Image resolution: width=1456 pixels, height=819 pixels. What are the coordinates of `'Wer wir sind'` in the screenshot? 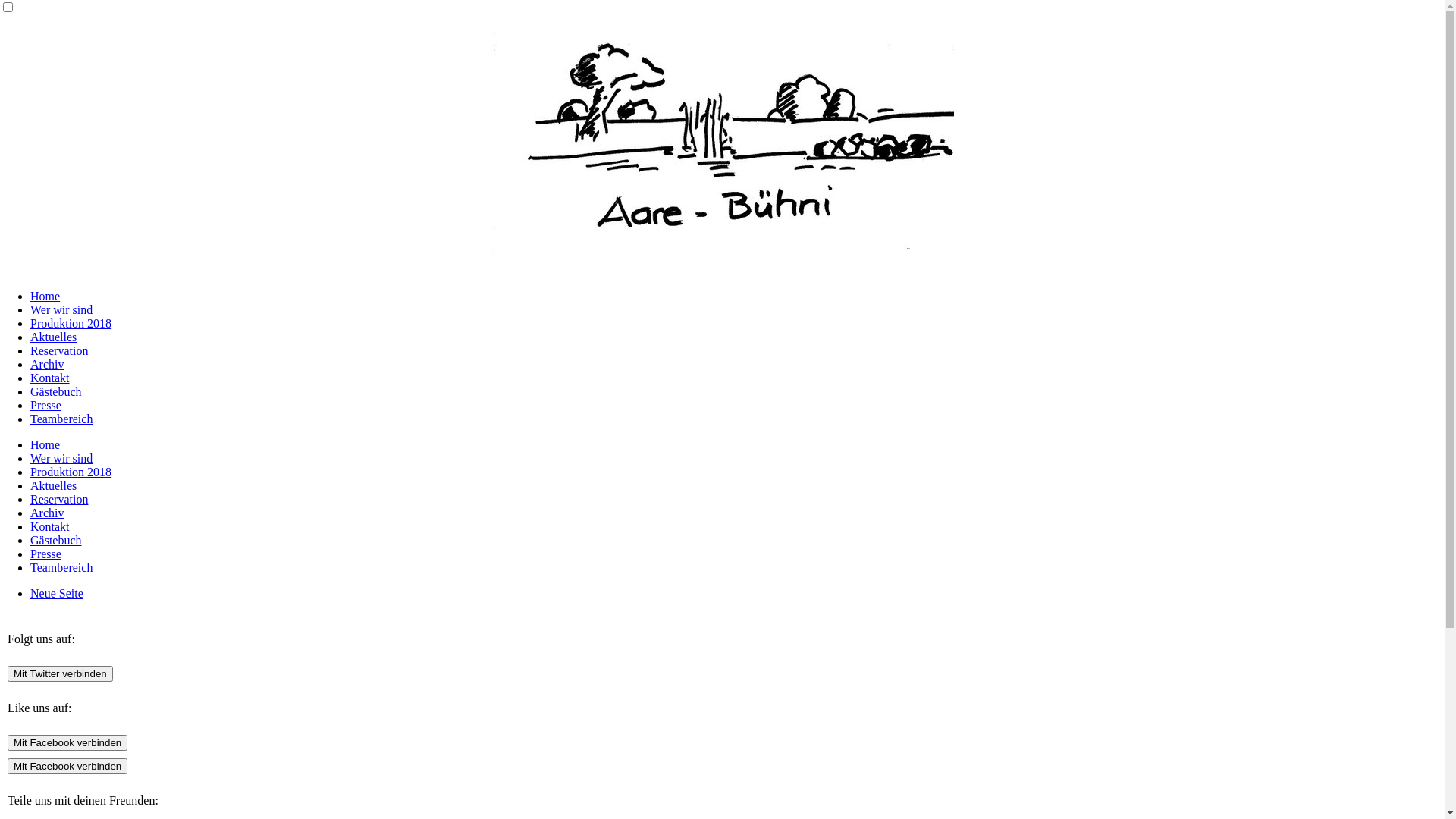 It's located at (61, 309).